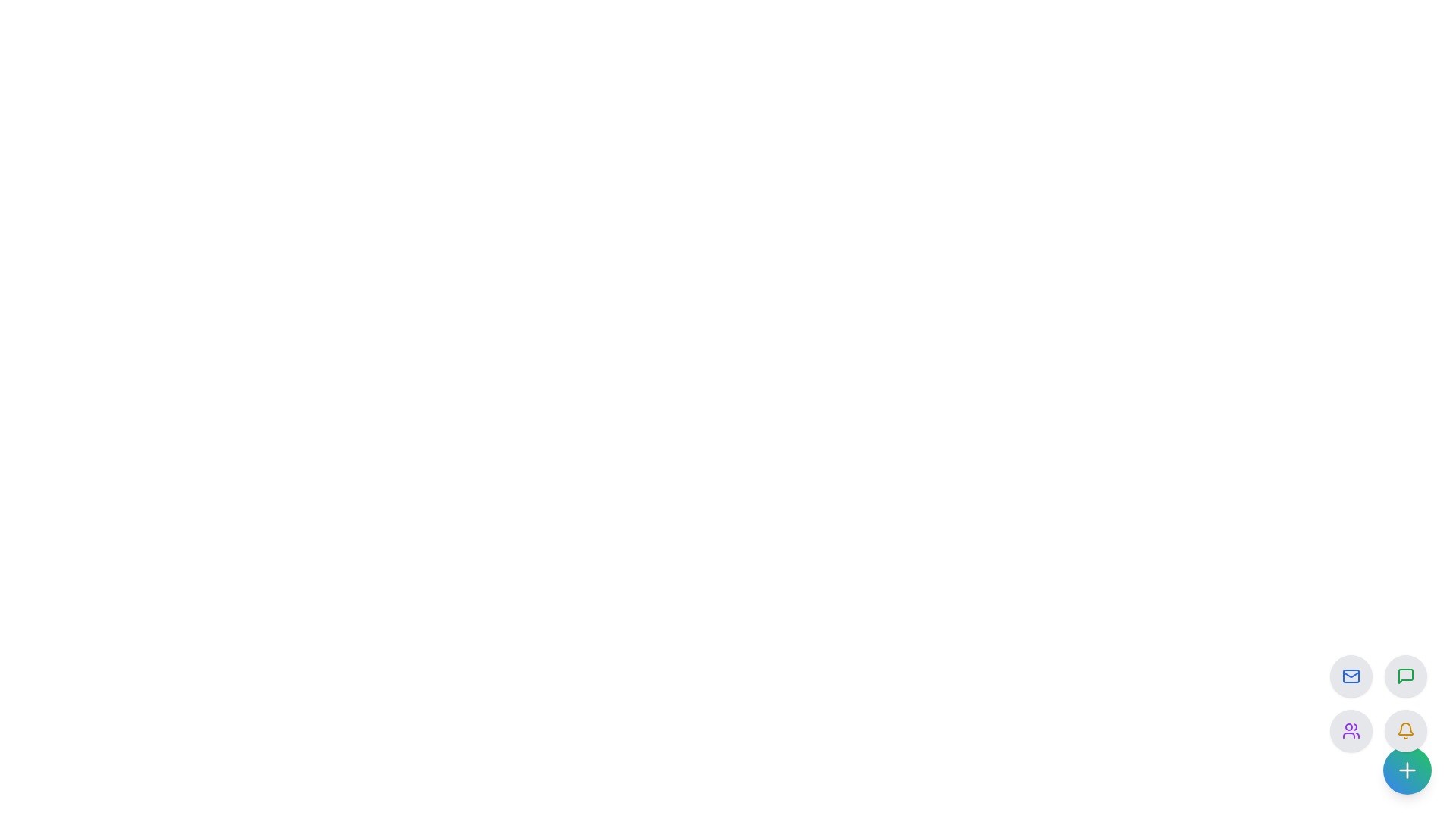  What do you see at coordinates (1404, 730) in the screenshot?
I see `the yellow bell icon with a hollow outline and rounded knob, located at the center of the third circular button from the bottom on the right side of the interface` at bounding box center [1404, 730].